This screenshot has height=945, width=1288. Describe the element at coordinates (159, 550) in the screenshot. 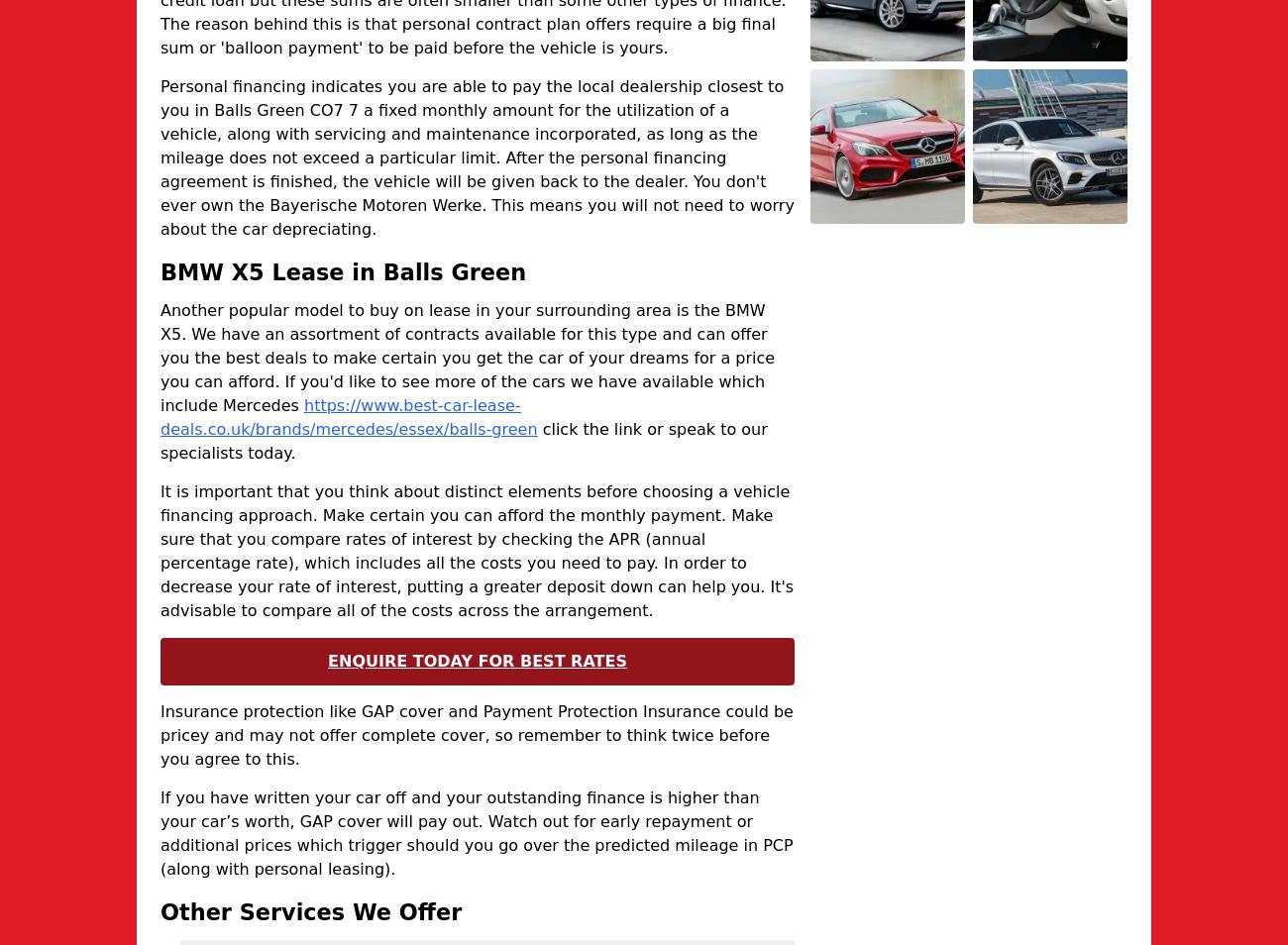

I see `'It is important that you think about distinct elements before choosing a vehicle financing approach. Make certain you can afford the monthly payment. Make sure that you compare rates of interest by checking the APR (annual percentage rate), which includes all the costs you need to pay. In order to decrease your rate of interest, putting a greater deposit down can help you. It's advisable to compare all of the costs across the arrangement.'` at that location.